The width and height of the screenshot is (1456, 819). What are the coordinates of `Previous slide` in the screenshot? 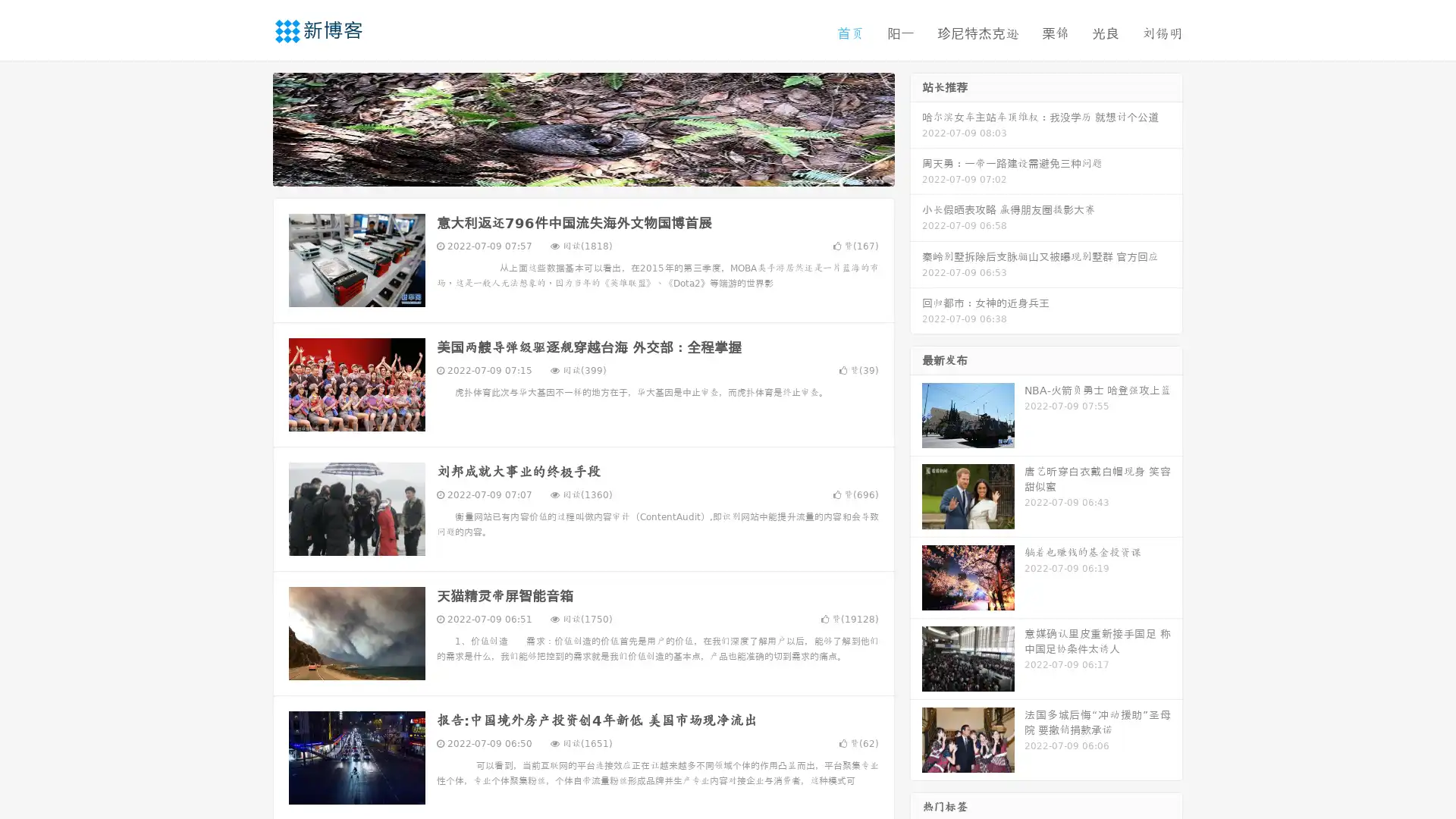 It's located at (250, 127).